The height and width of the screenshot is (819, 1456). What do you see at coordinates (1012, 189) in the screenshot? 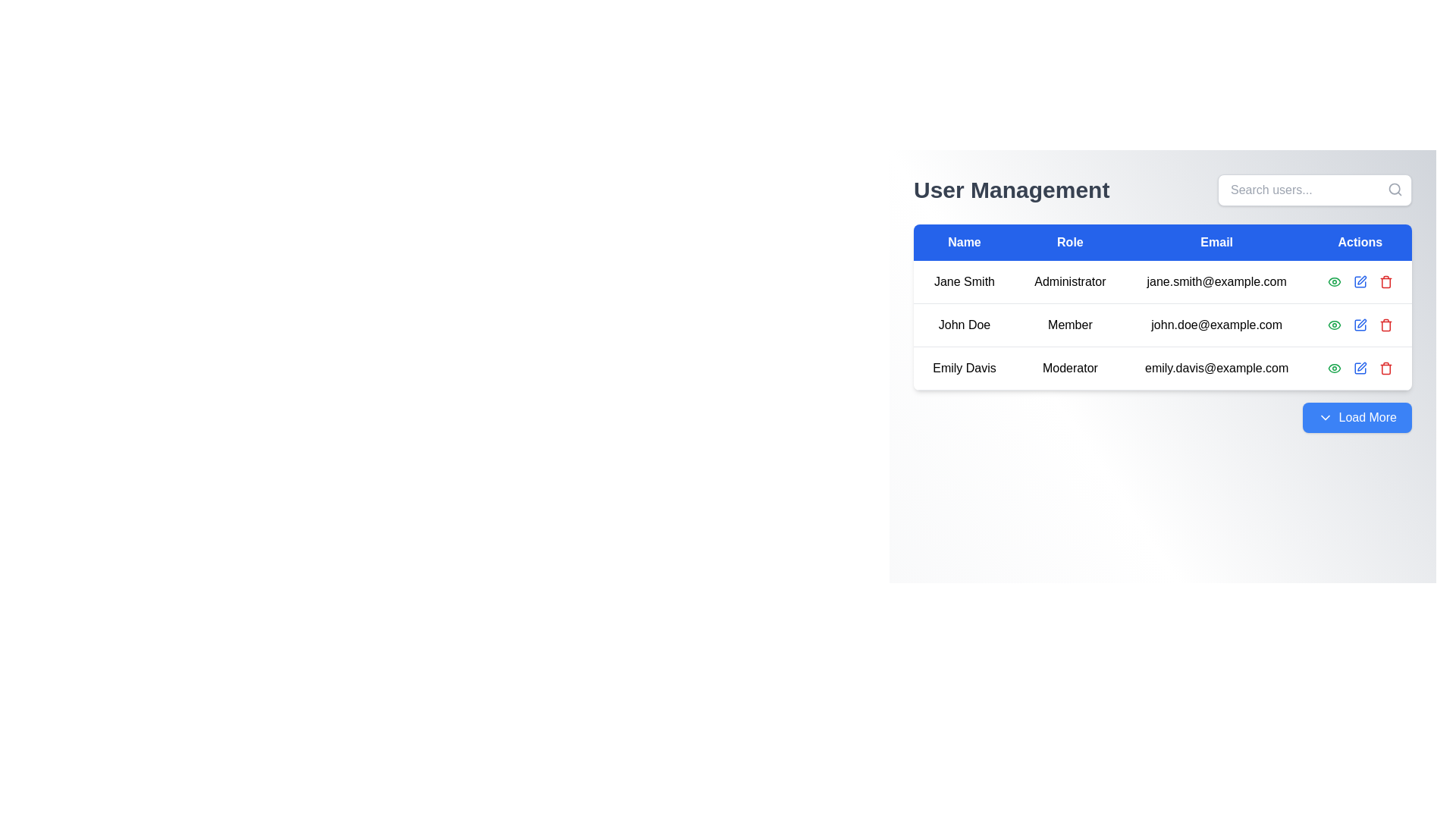
I see `the 'User Management' text label which serves as a title or header for the page` at bounding box center [1012, 189].